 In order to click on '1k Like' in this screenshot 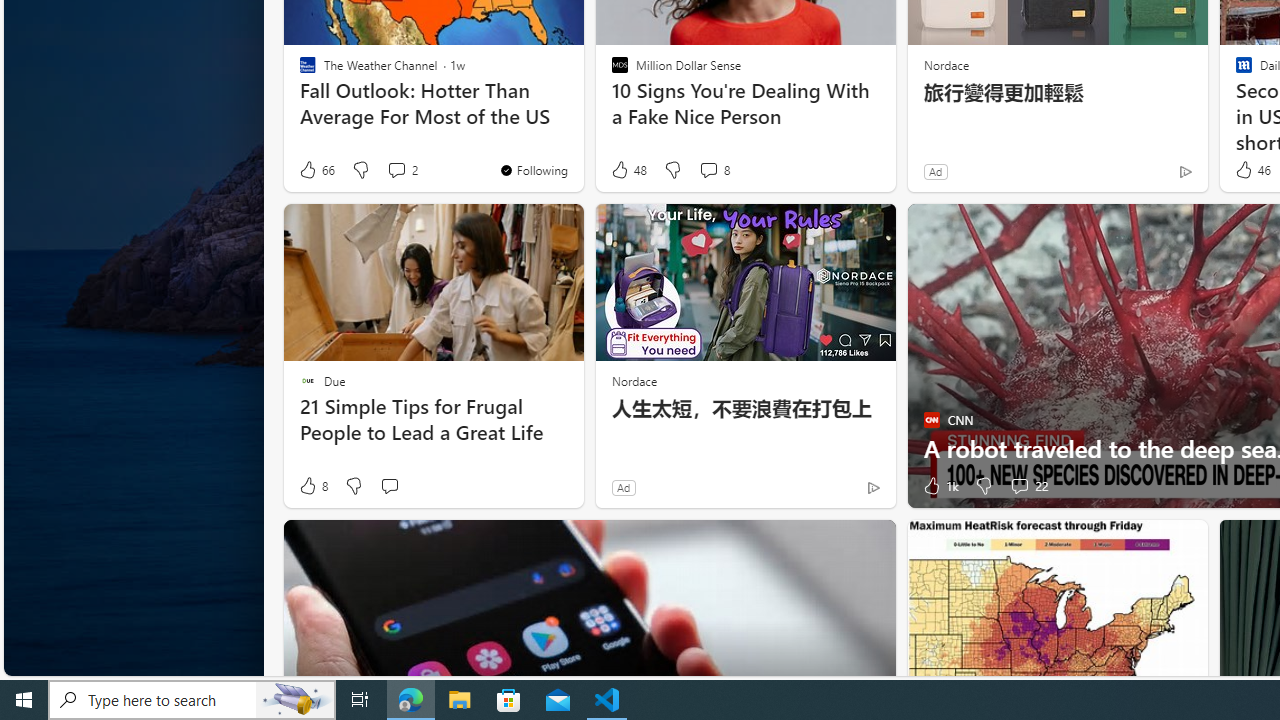, I will do `click(938, 486)`.